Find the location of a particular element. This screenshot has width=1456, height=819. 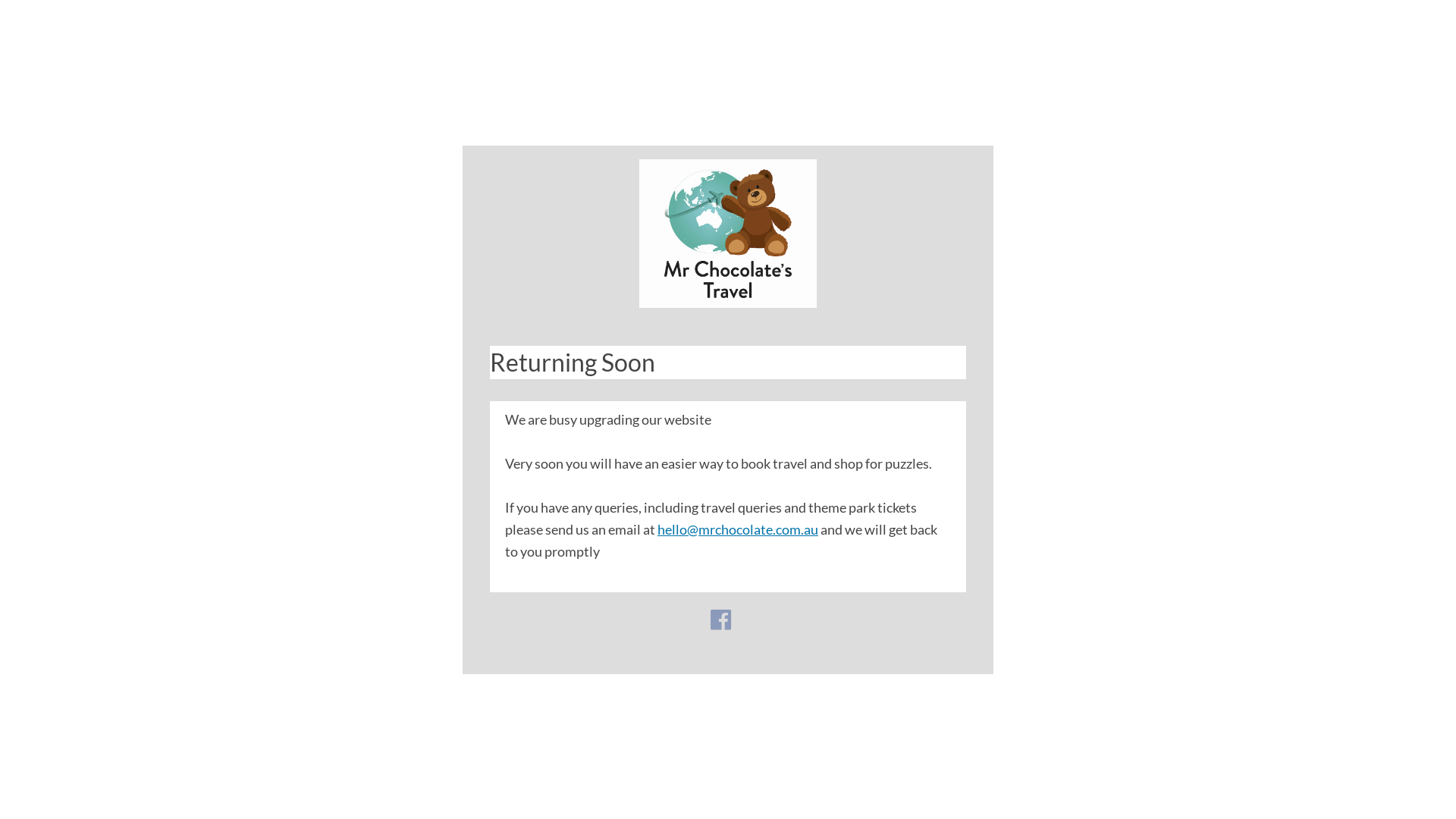

'hello@mrchocolate.com.au' is located at coordinates (738, 528).